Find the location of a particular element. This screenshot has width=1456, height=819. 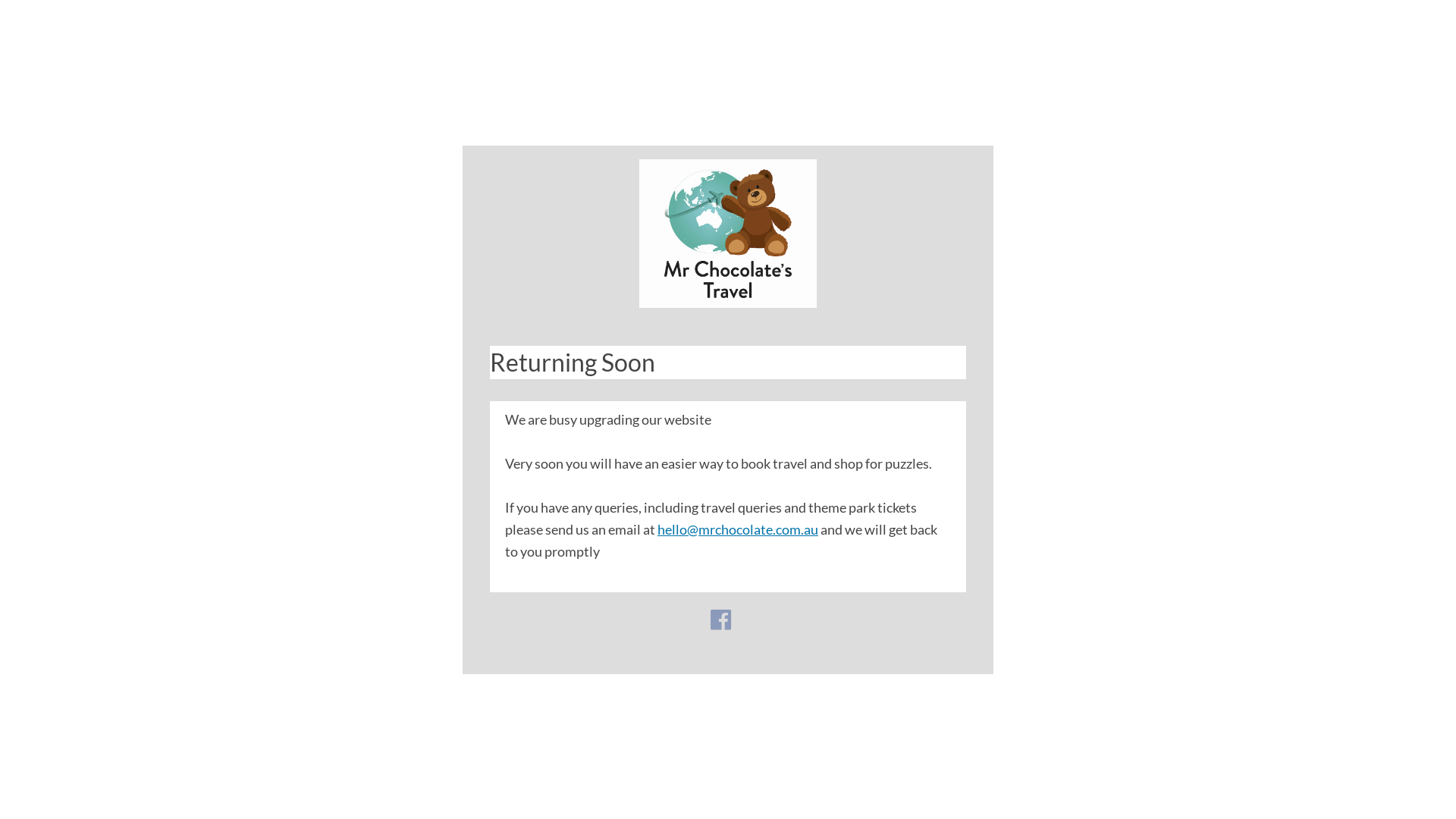

'hello@mrchocolate.com.au' is located at coordinates (738, 528).